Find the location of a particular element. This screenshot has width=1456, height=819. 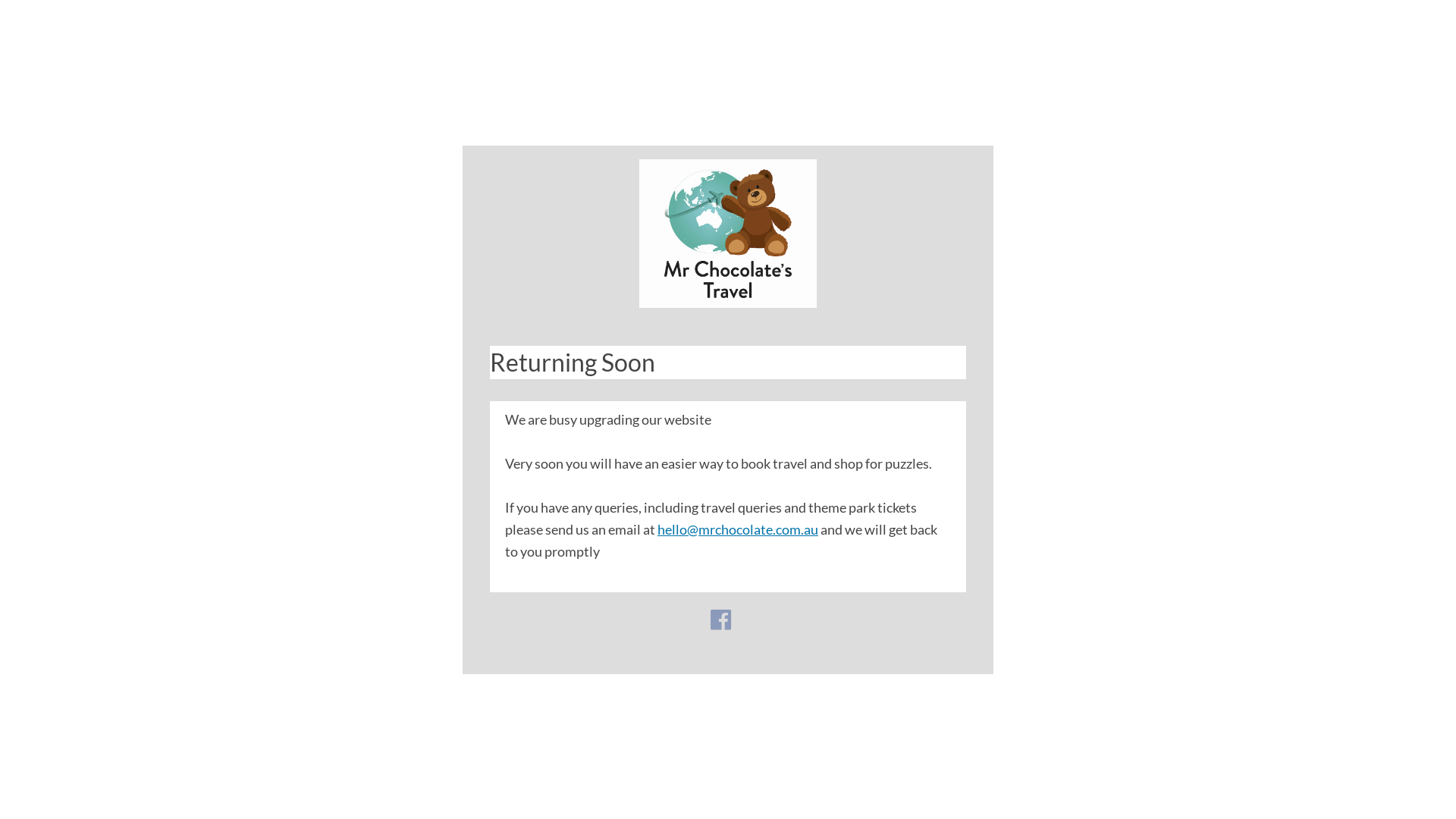

'hello@mrchocolate.com.au' is located at coordinates (738, 528).